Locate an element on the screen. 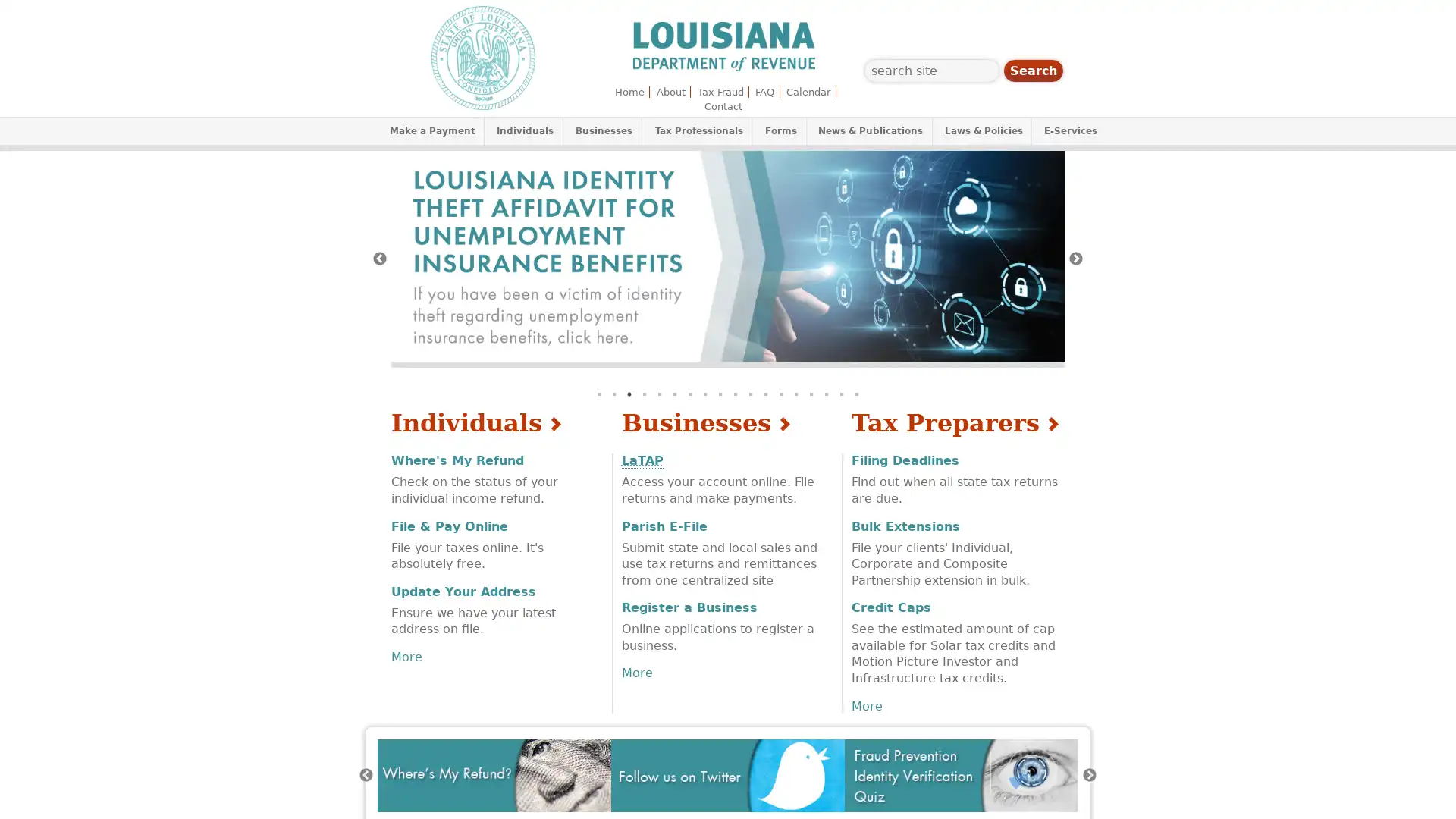 This screenshot has width=1456, height=819. 5 is located at coordinates (659, 394).